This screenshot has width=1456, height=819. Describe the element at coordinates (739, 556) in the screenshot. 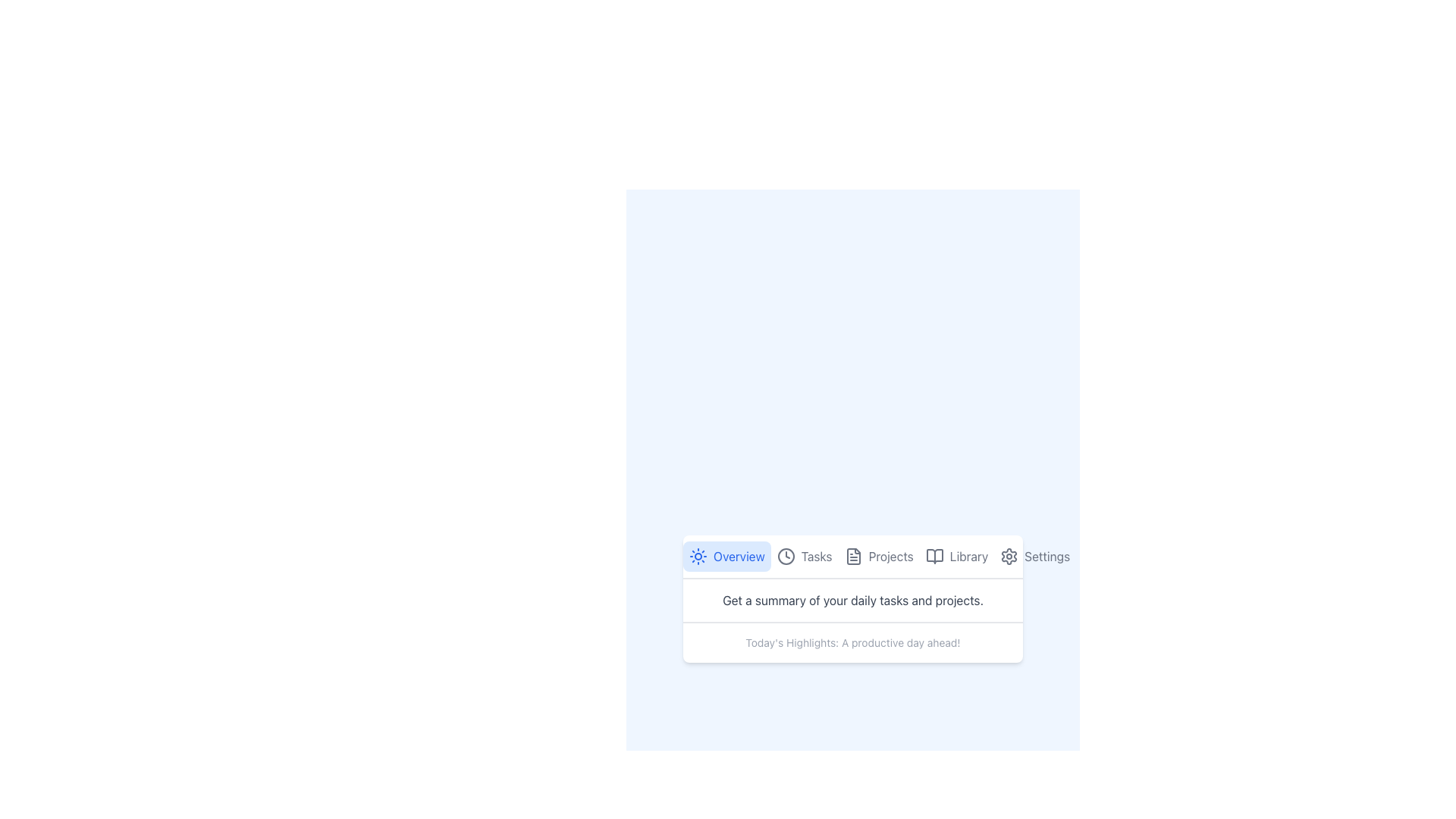

I see `the 'Overview' text label within the button that has a light blue background and rounded corners, which is the first button in a row at the top of the visible card` at that location.